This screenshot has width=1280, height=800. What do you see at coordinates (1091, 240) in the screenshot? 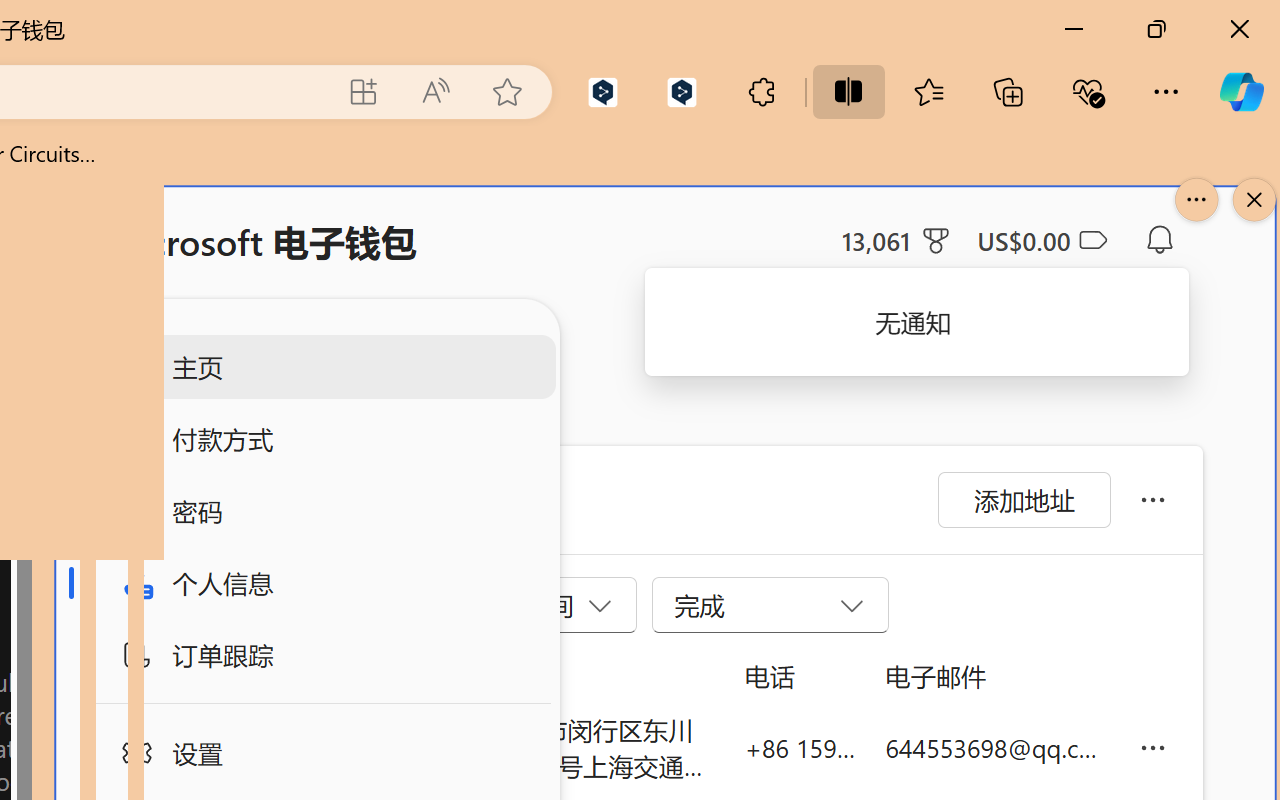
I see `'Class: ___1lmltc5 f1agt3bx f12qytpq'` at bounding box center [1091, 240].